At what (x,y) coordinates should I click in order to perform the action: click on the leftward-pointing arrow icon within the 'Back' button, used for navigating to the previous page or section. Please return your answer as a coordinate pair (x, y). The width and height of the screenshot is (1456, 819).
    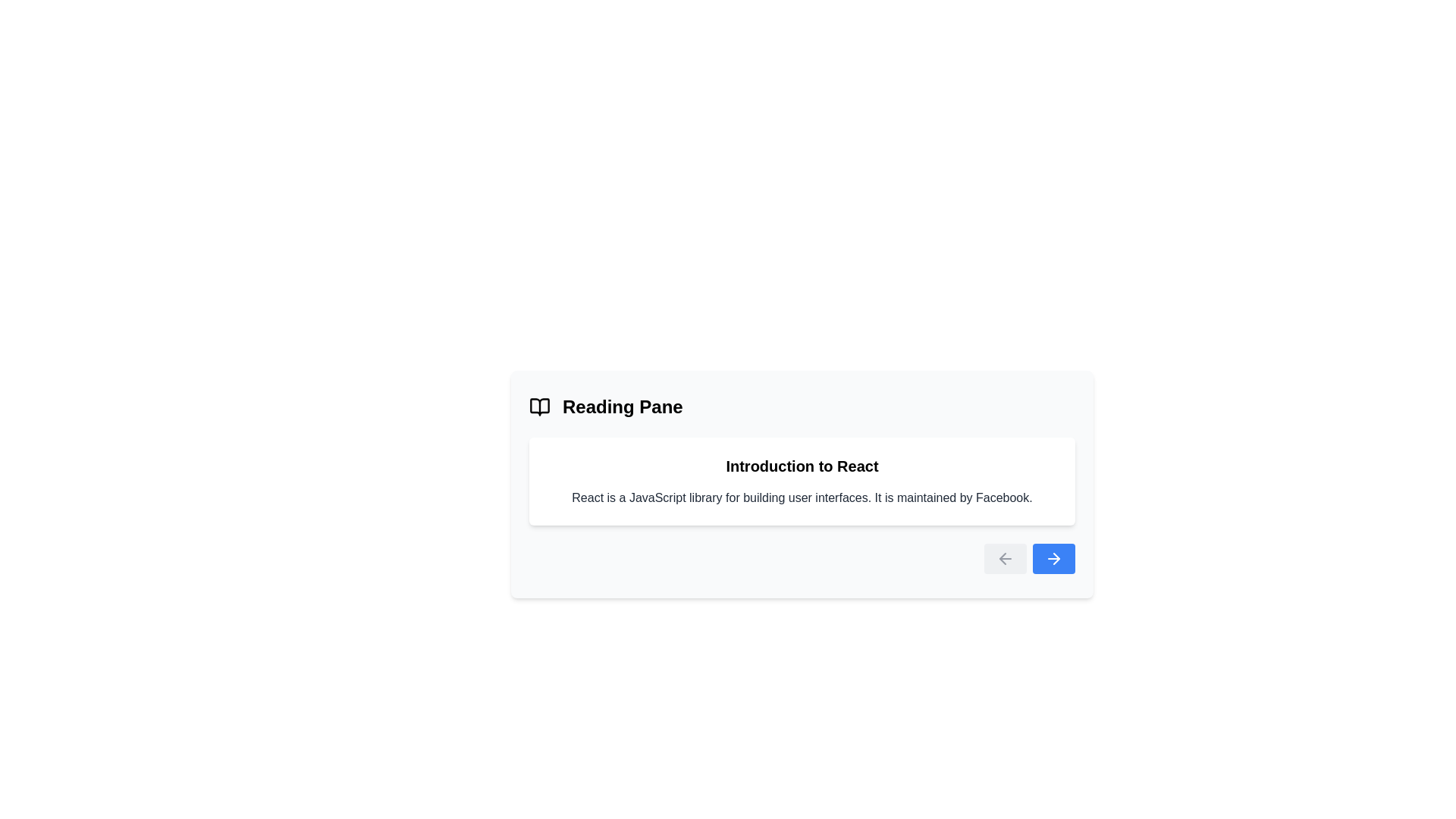
    Looking at the image, I should click on (1005, 558).